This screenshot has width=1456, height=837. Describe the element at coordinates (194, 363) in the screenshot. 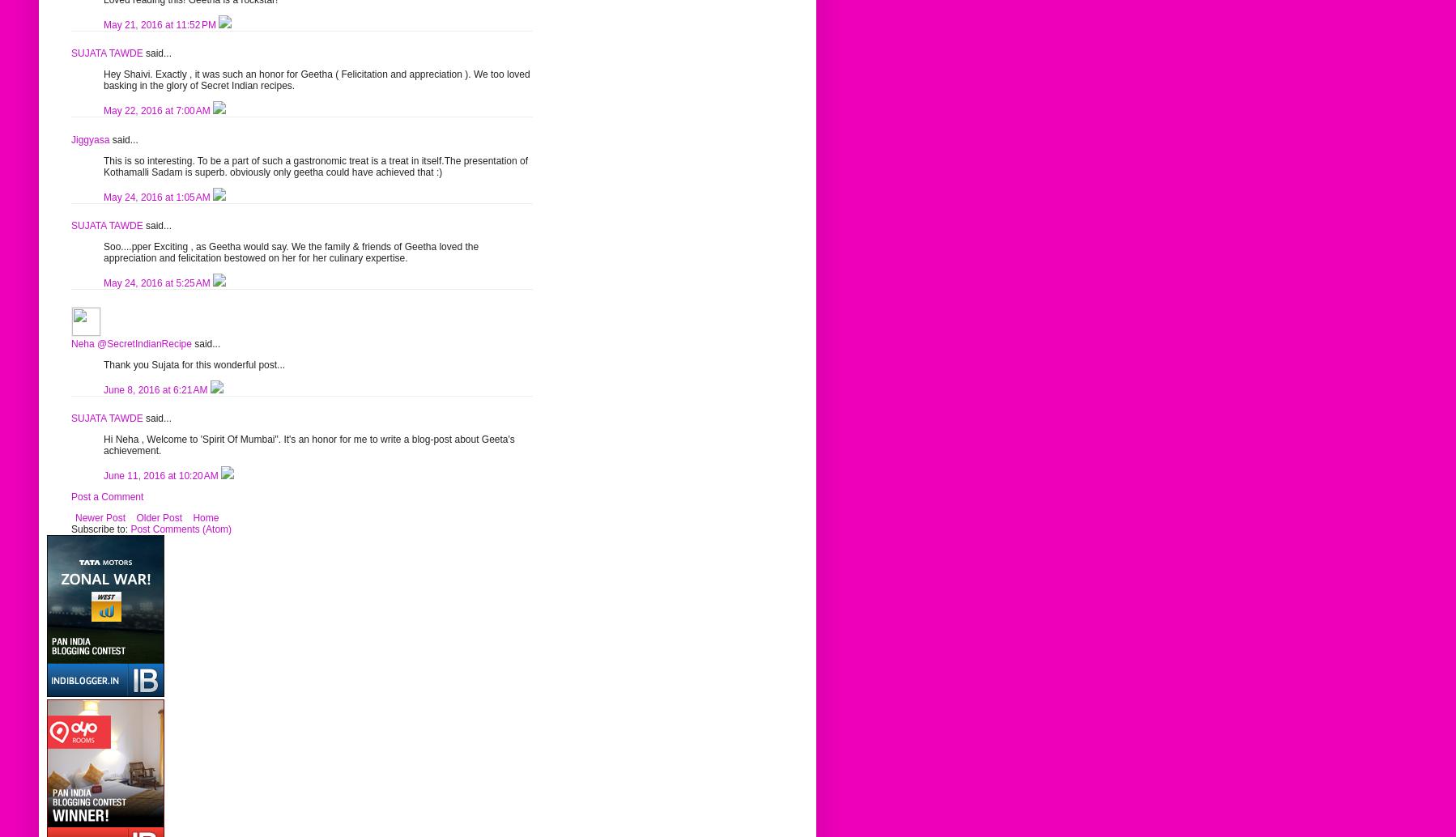

I see `'Thank you Sujata for this wonderful post...'` at that location.